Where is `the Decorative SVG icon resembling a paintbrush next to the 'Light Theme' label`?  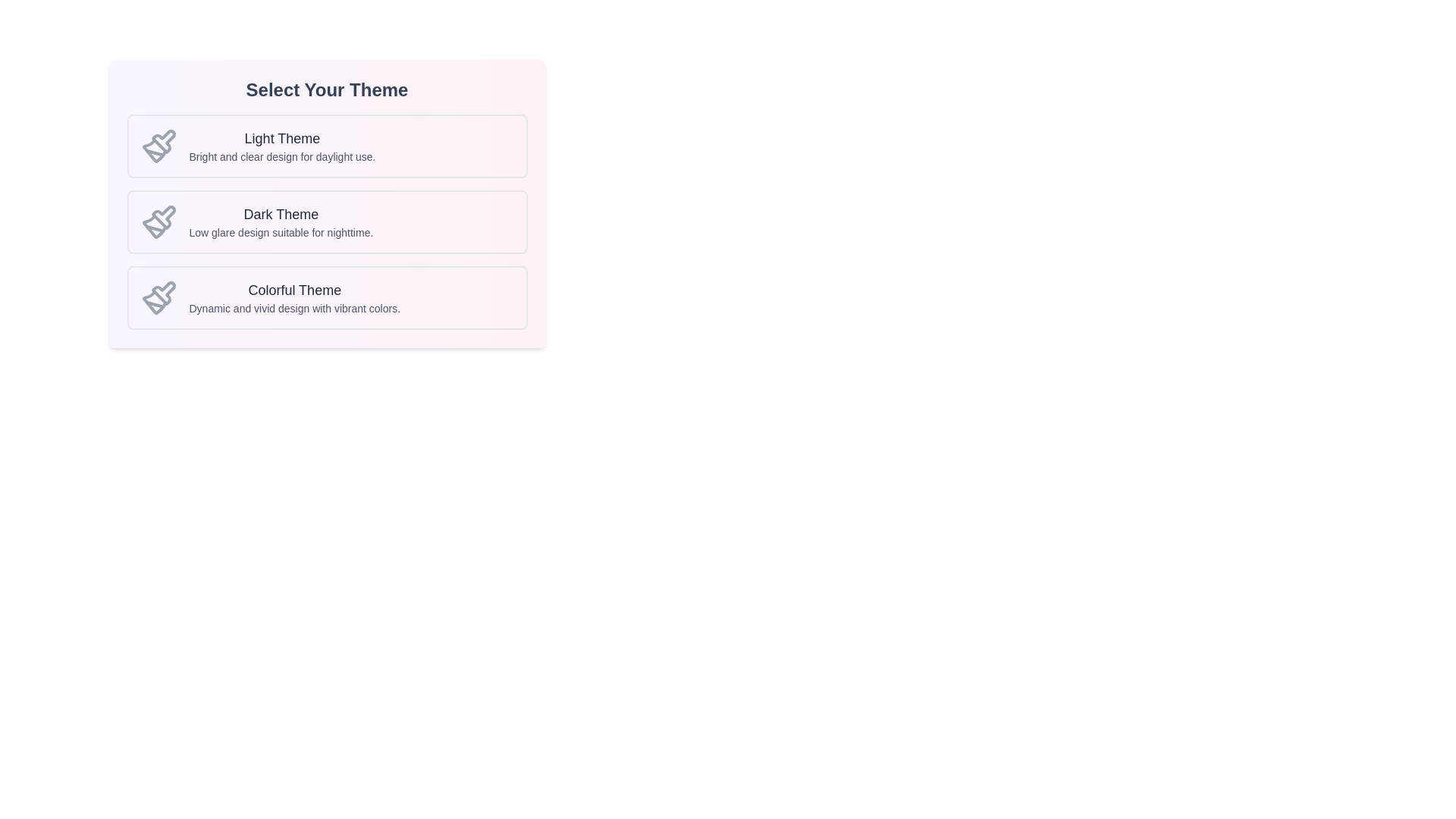 the Decorative SVG icon resembling a paintbrush next to the 'Light Theme' label is located at coordinates (163, 141).